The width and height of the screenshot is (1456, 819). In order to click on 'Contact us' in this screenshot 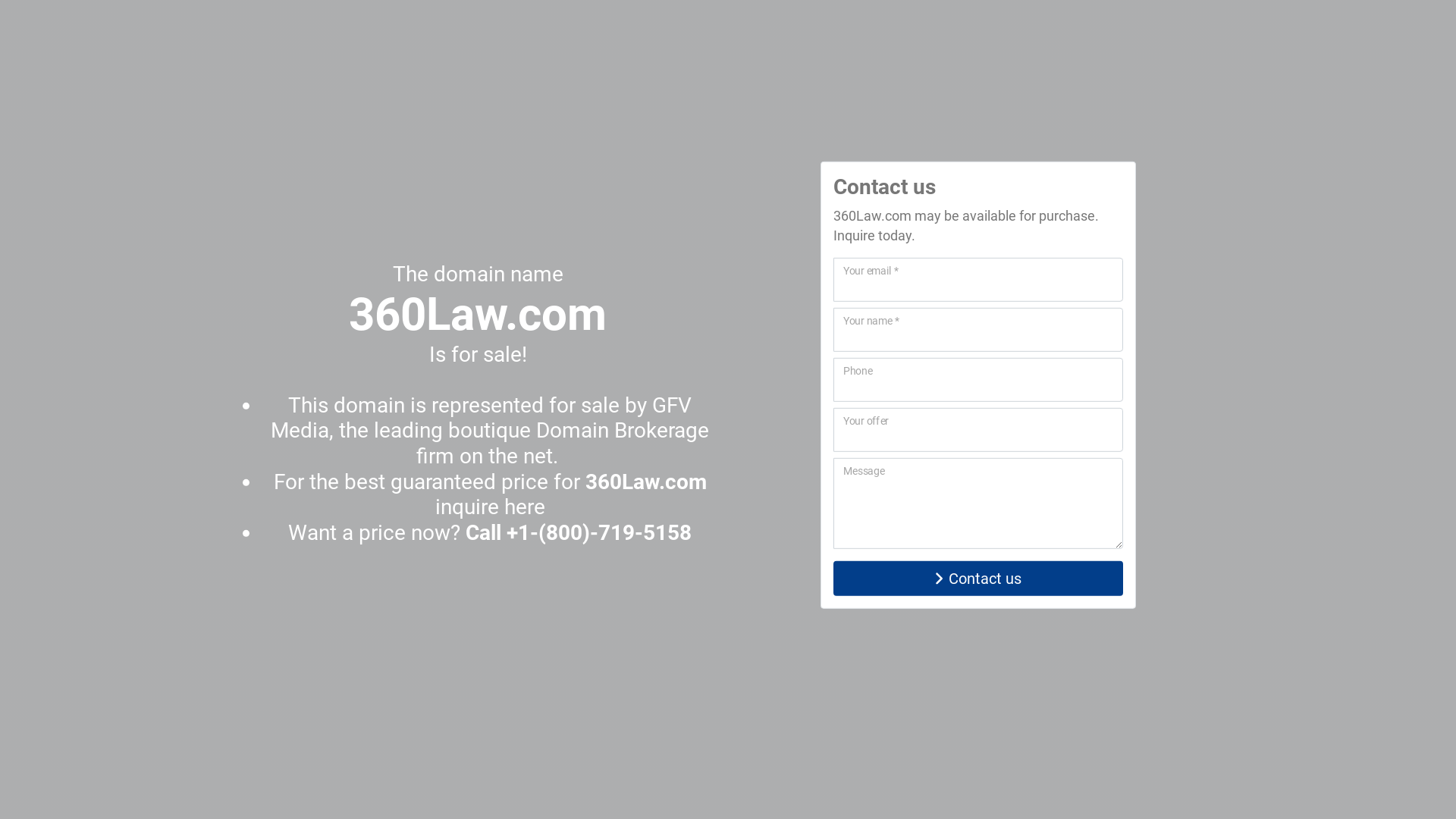, I will do `click(978, 579)`.